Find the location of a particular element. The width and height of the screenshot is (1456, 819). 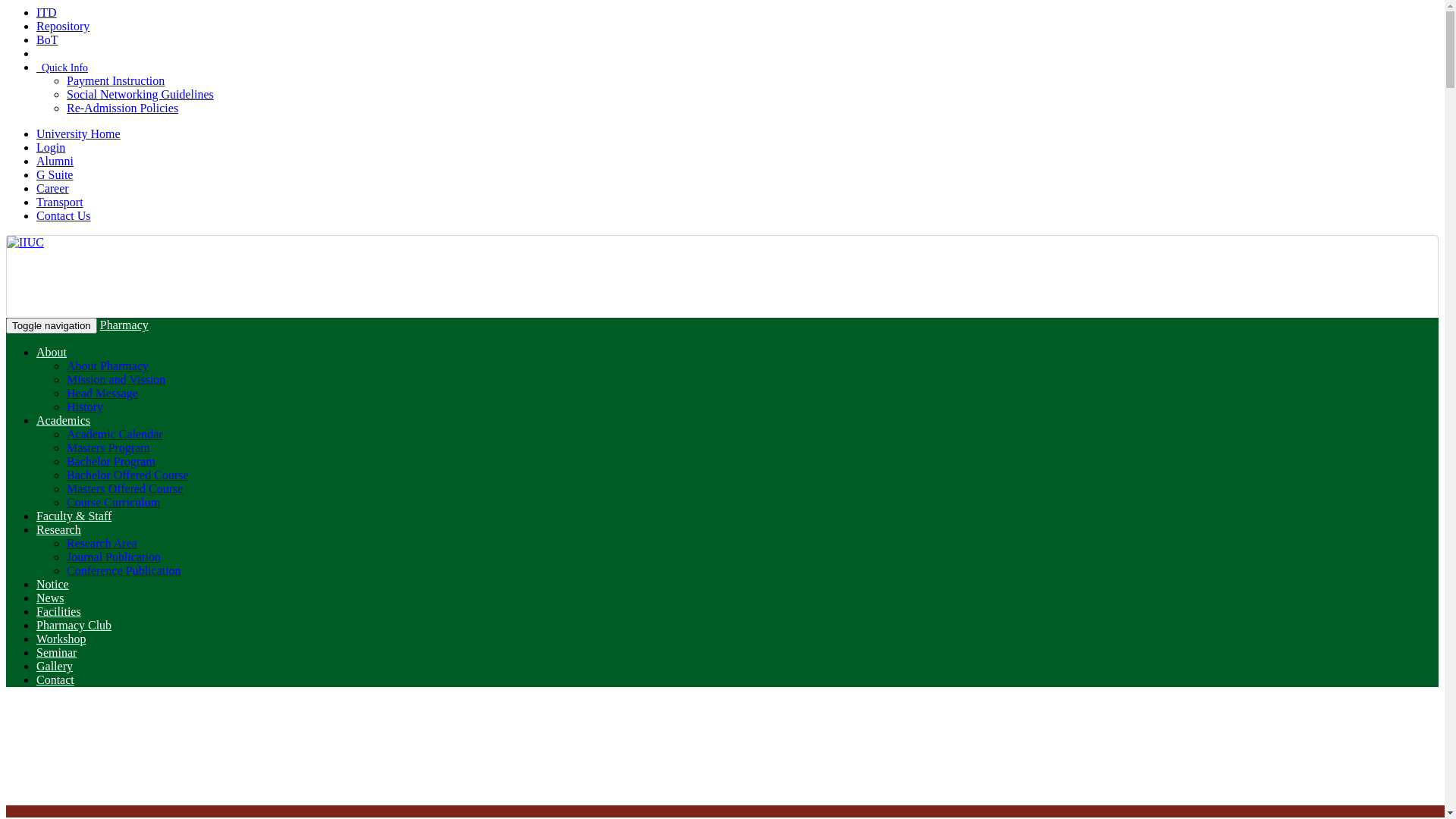

'Masters Program' is located at coordinates (108, 447).